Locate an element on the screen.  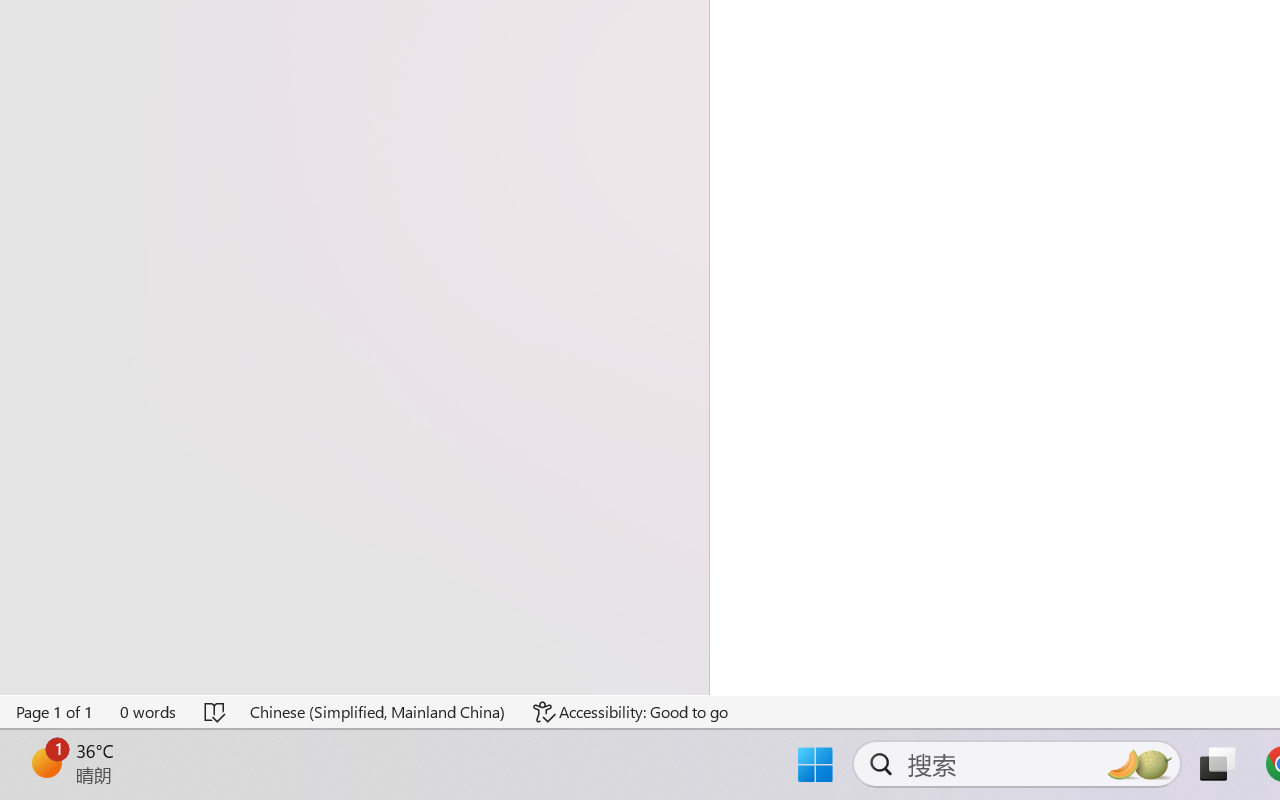
'Language Chinese (Simplified, Mainland China)' is located at coordinates (378, 711).